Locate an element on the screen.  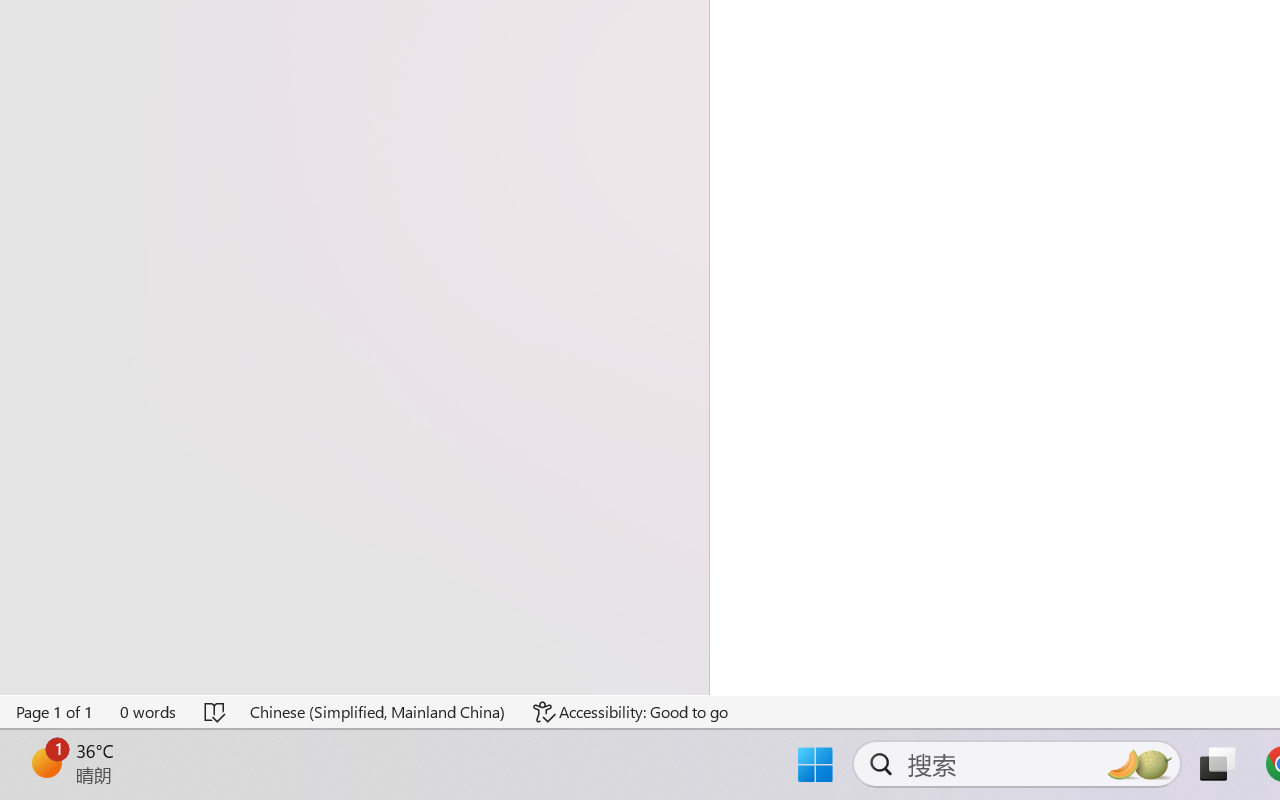
'Language Chinese (Simplified, Mainland China)' is located at coordinates (378, 711).